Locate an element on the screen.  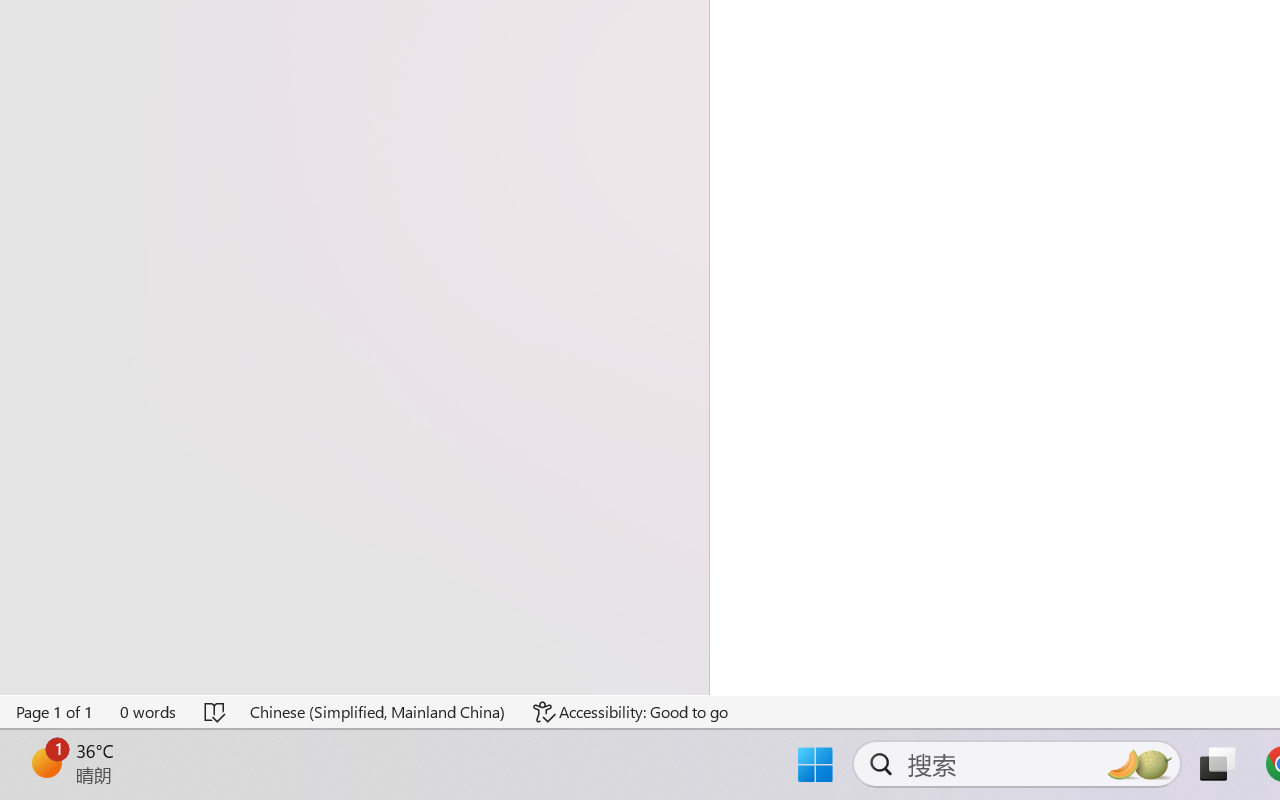
'Language Chinese (Simplified, Mainland China)' is located at coordinates (378, 711).